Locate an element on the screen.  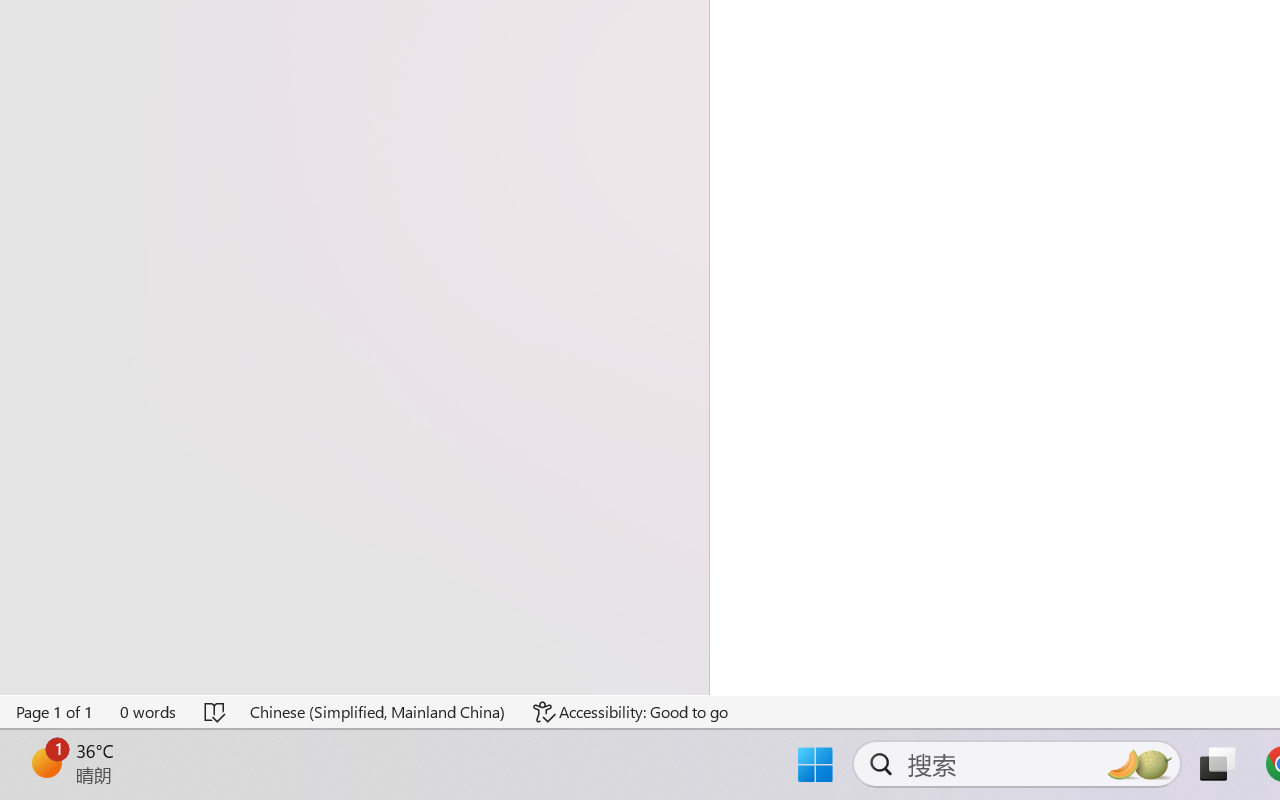
'Language Chinese (Simplified, Mainland China)' is located at coordinates (378, 711).